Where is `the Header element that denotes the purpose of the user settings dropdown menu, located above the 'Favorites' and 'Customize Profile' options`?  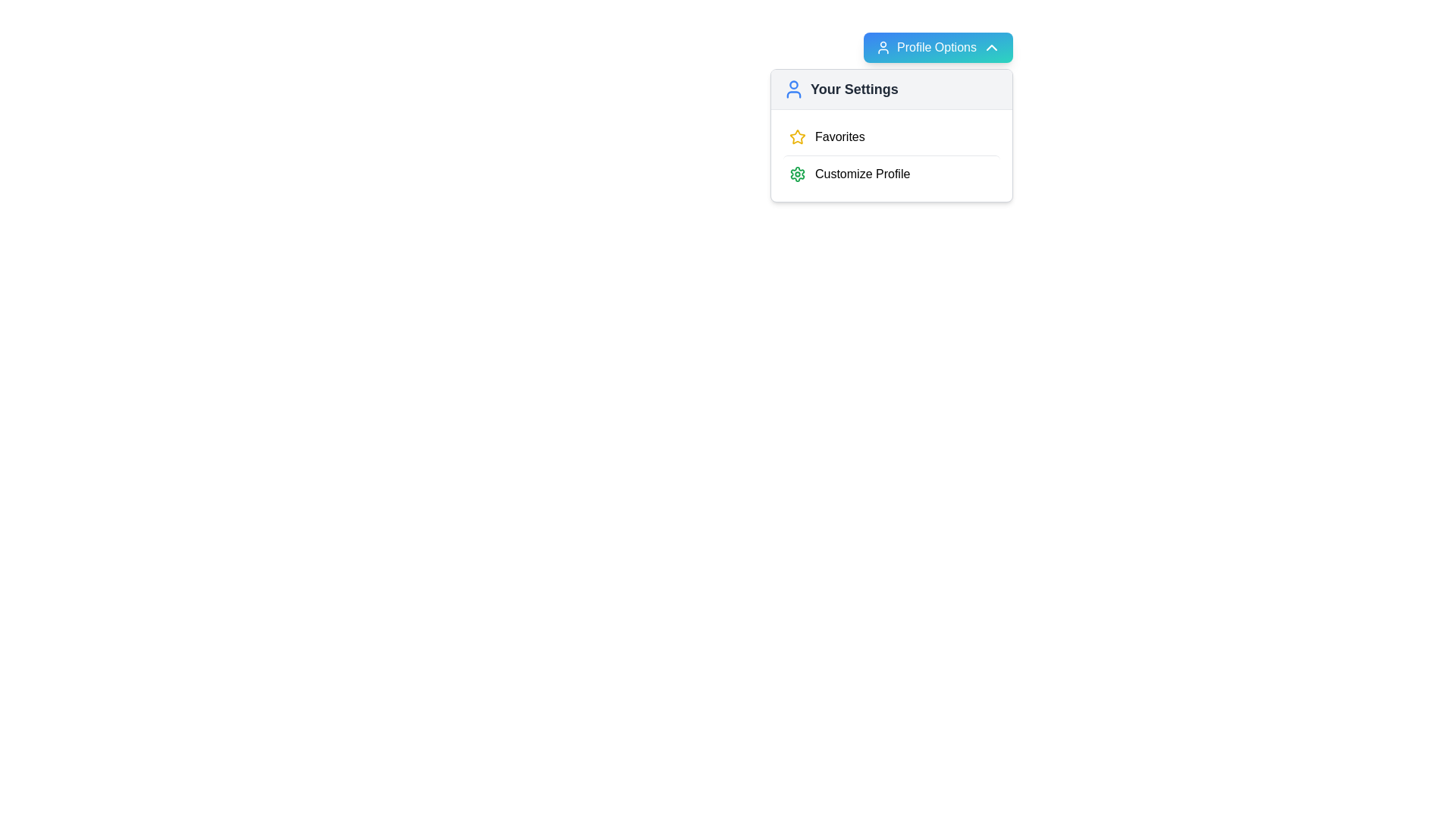 the Header element that denotes the purpose of the user settings dropdown menu, located above the 'Favorites' and 'Customize Profile' options is located at coordinates (892, 89).